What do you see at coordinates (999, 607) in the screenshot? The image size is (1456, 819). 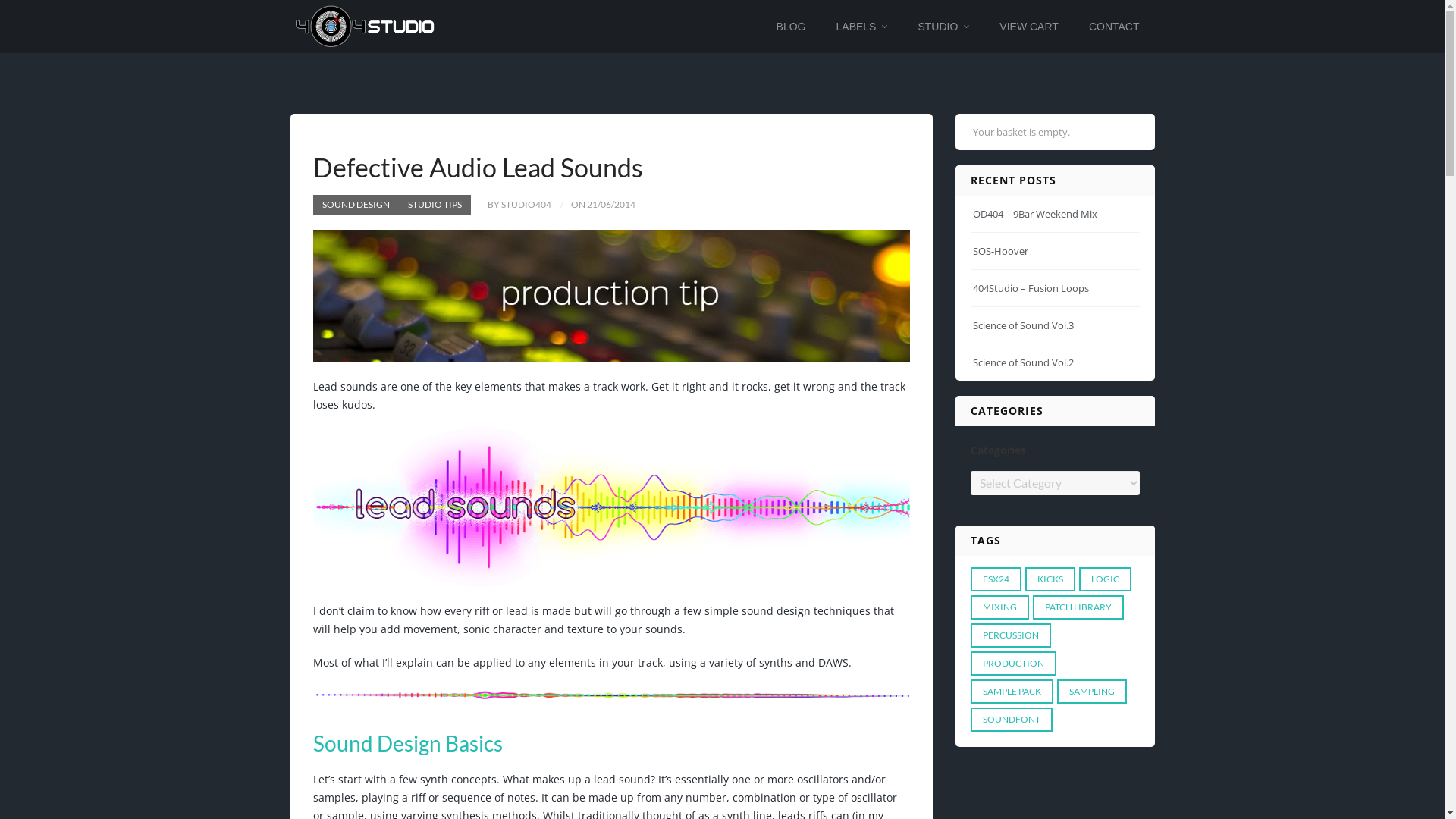 I see `'MIXING'` at bounding box center [999, 607].